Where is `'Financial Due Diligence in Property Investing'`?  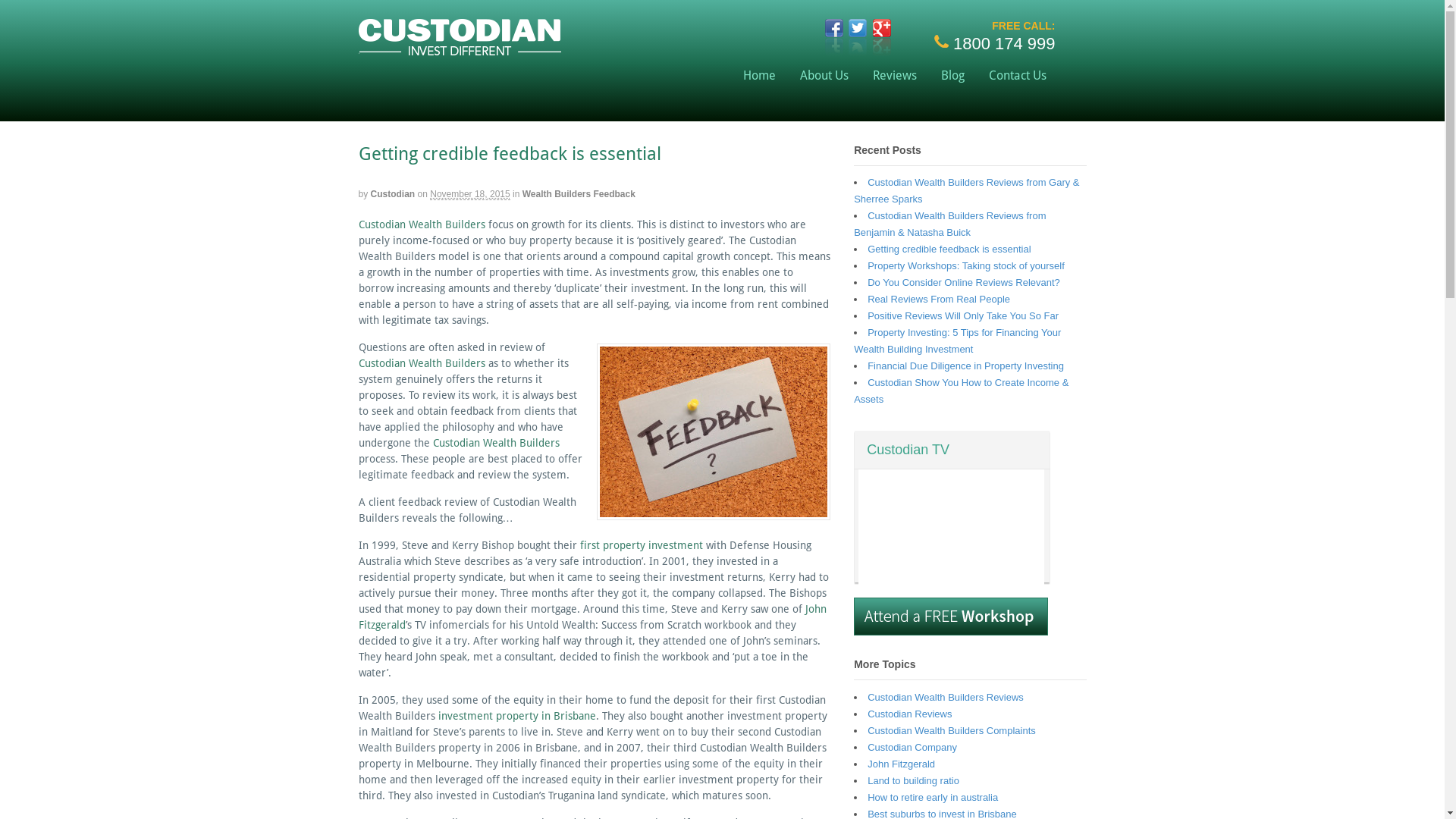 'Financial Due Diligence in Property Investing' is located at coordinates (965, 366).